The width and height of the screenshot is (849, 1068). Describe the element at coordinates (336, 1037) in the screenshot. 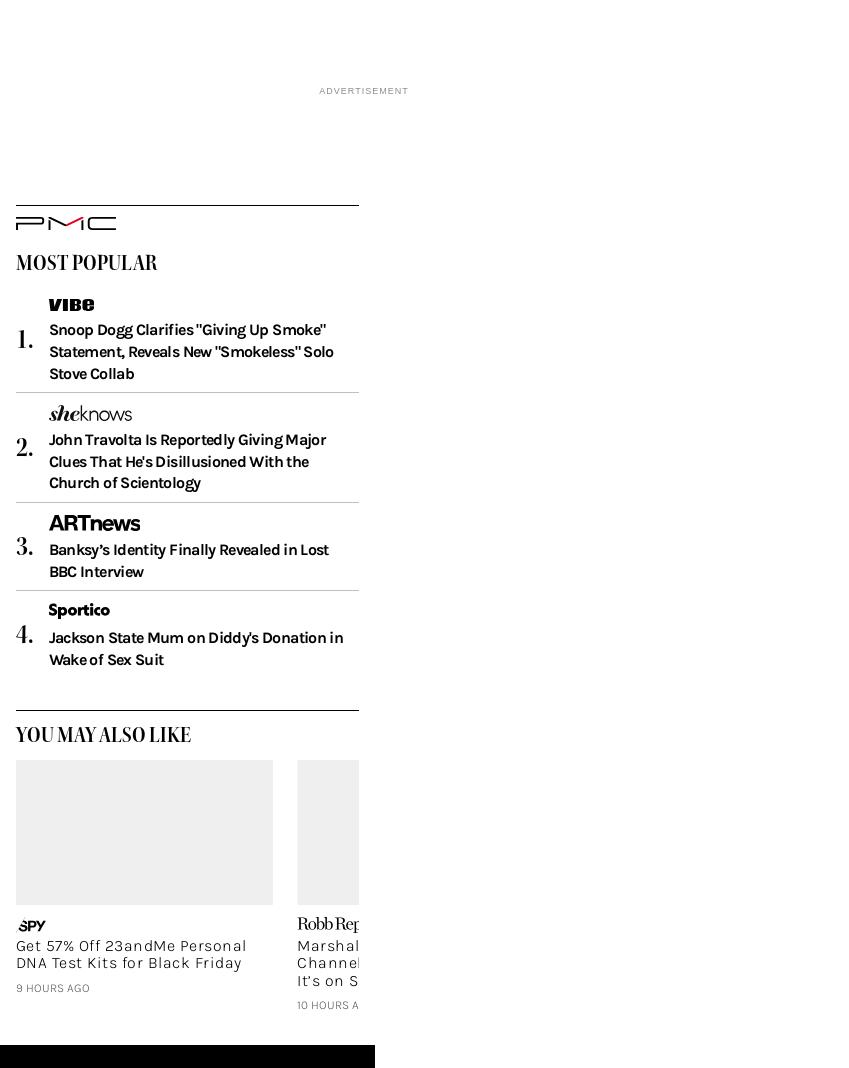

I see `'10 hours ago'` at that location.